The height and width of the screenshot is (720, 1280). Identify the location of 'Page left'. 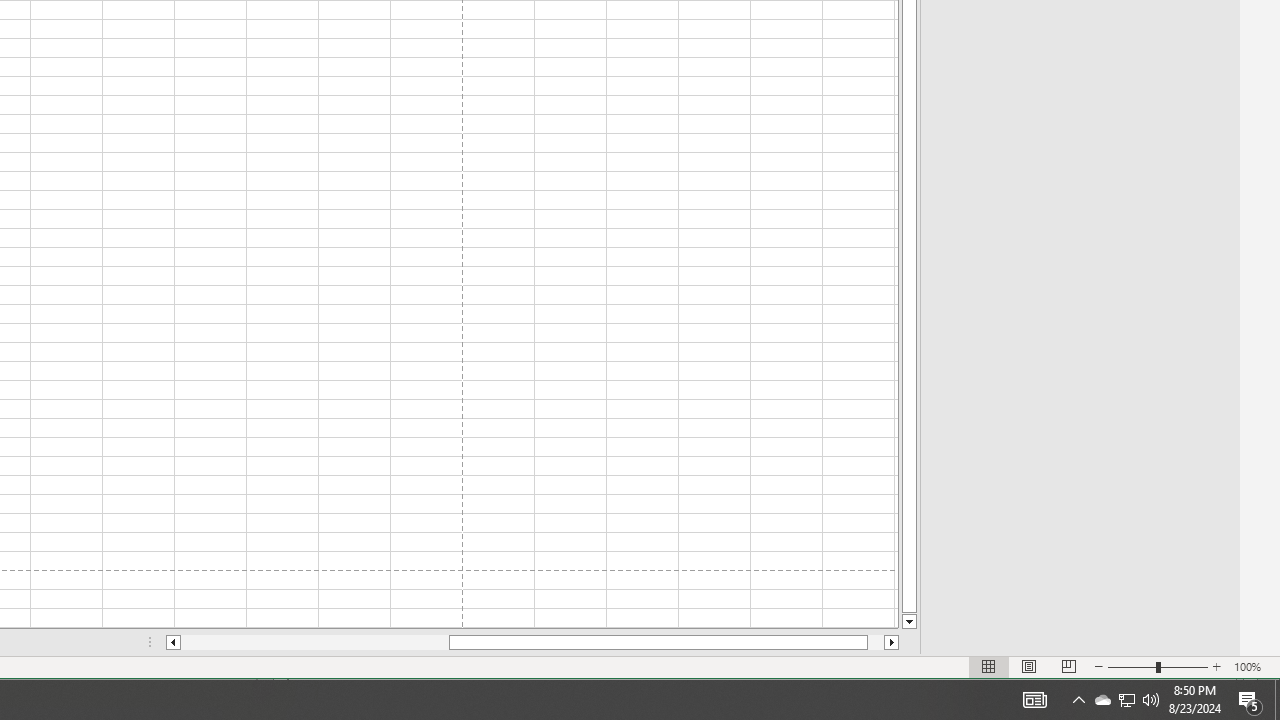
(313, 642).